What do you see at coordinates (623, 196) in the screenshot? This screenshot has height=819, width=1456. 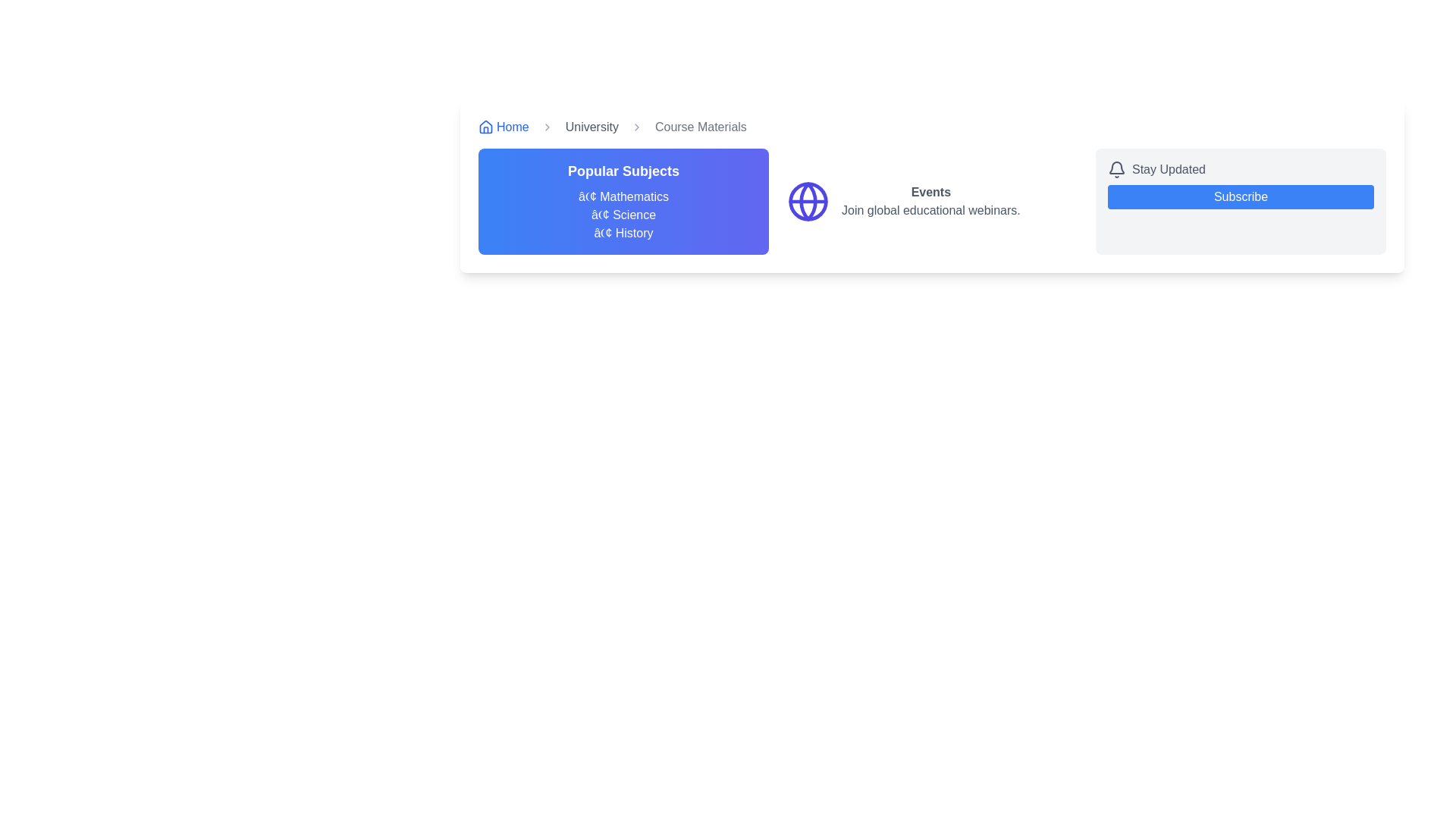 I see `the text label reading '• Mathematics'` at bounding box center [623, 196].